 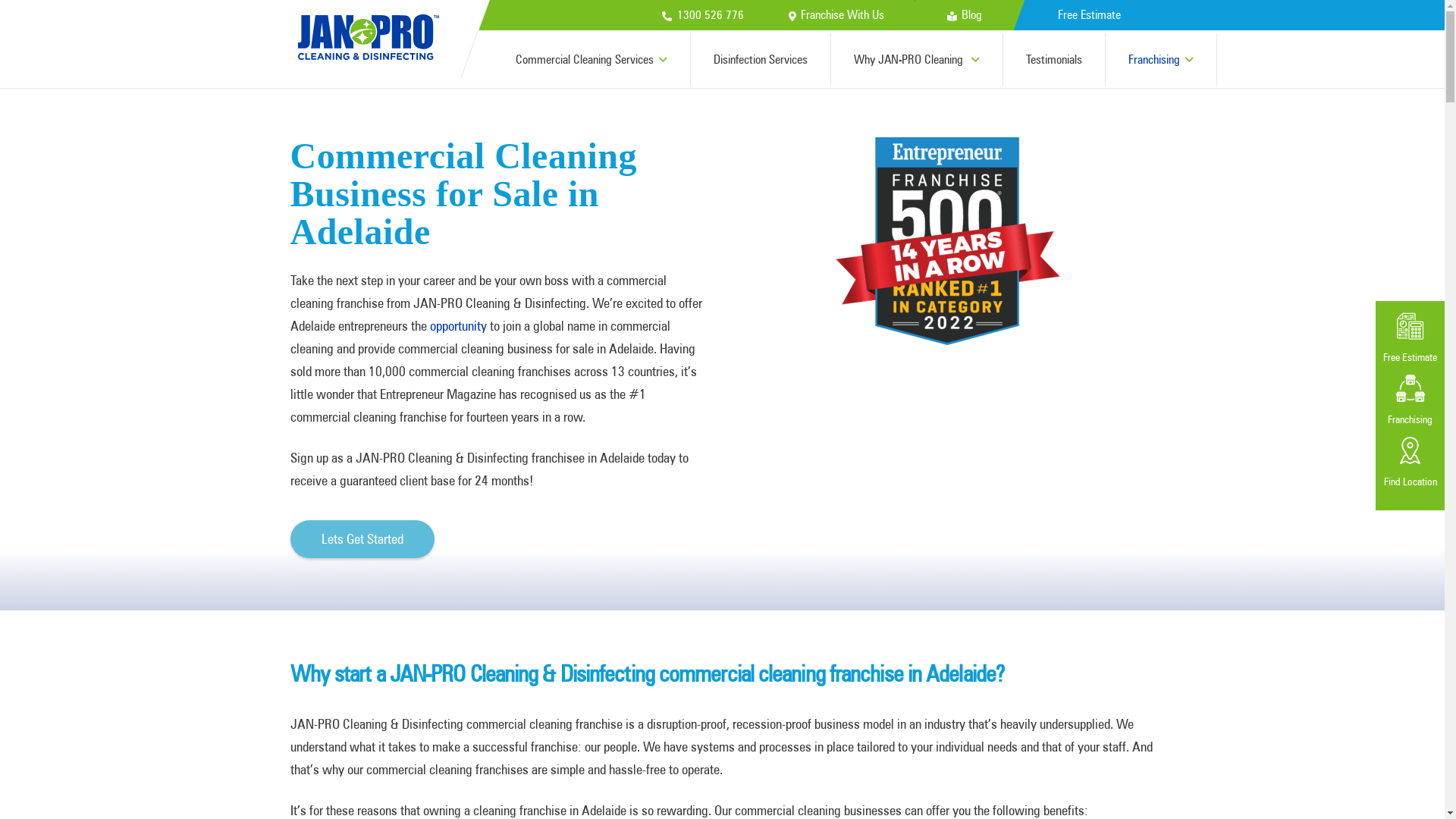 I want to click on 'Blog', so click(x=946, y=14).